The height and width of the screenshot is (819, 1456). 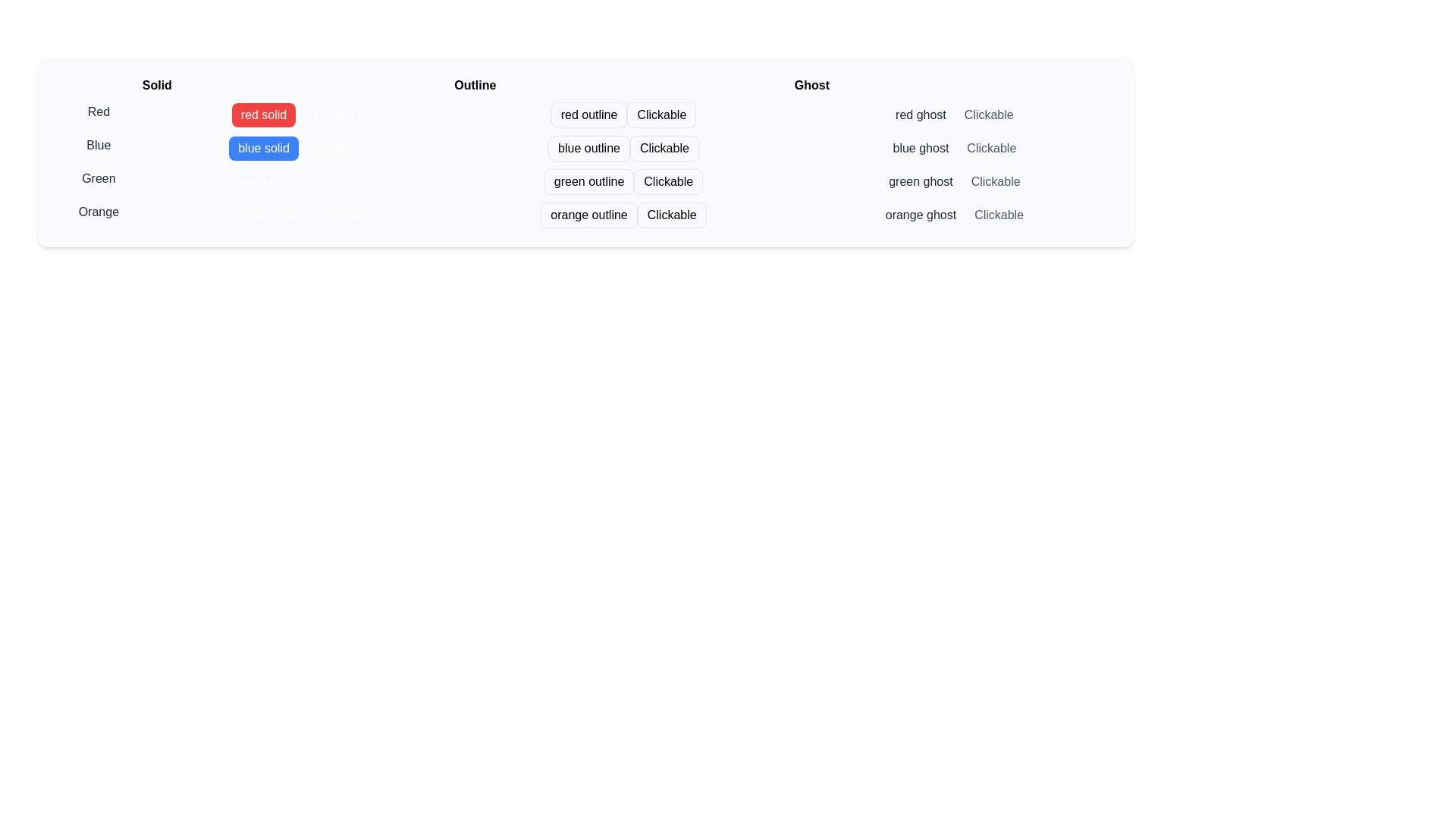 I want to click on the second button in the 'Outline' section of the interface, located to the right of the 'blue outline' button, which is currently non-interactive, so click(x=664, y=149).